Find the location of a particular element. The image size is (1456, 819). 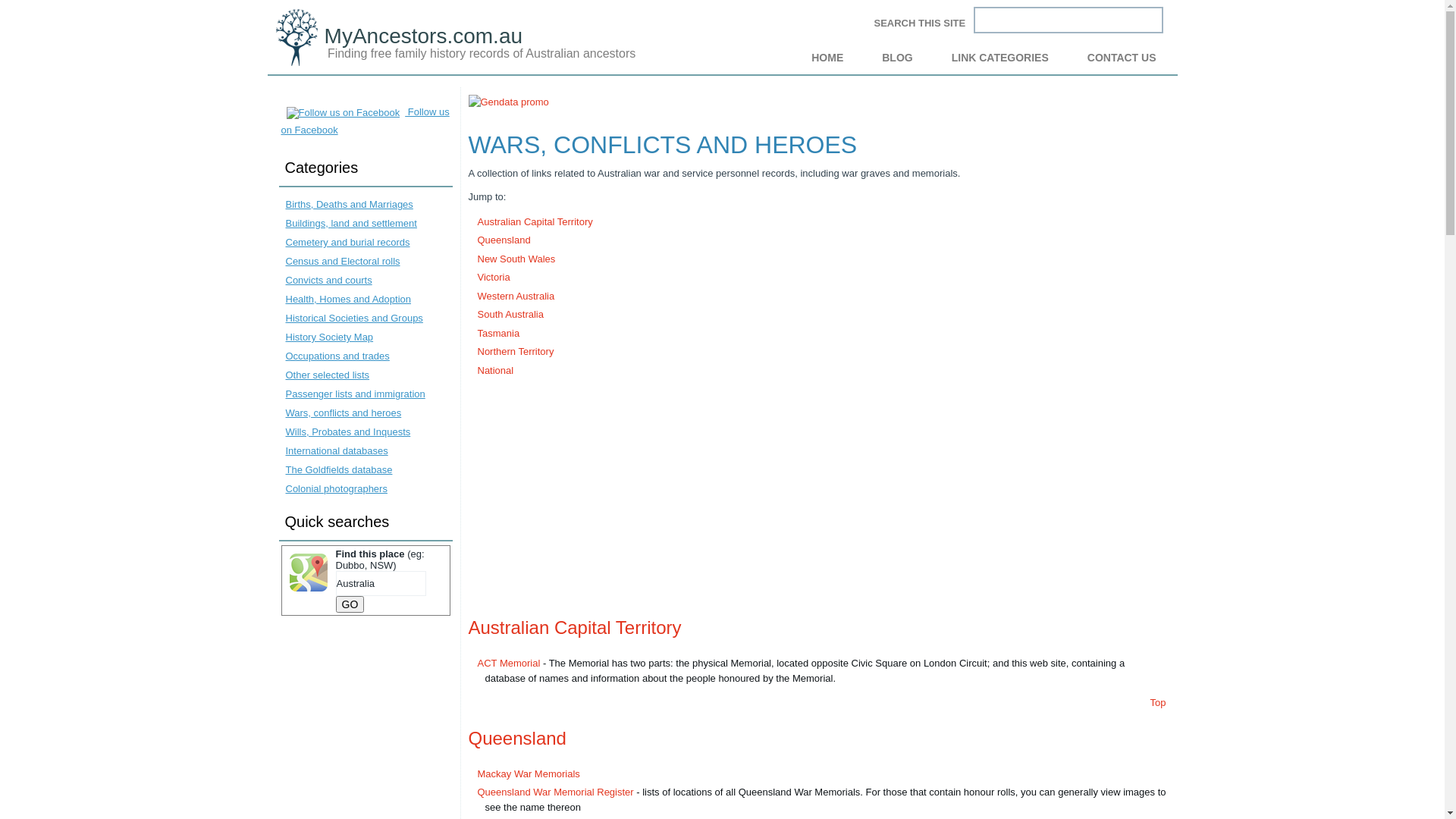

'Cemetery and burial records' is located at coordinates (346, 241).